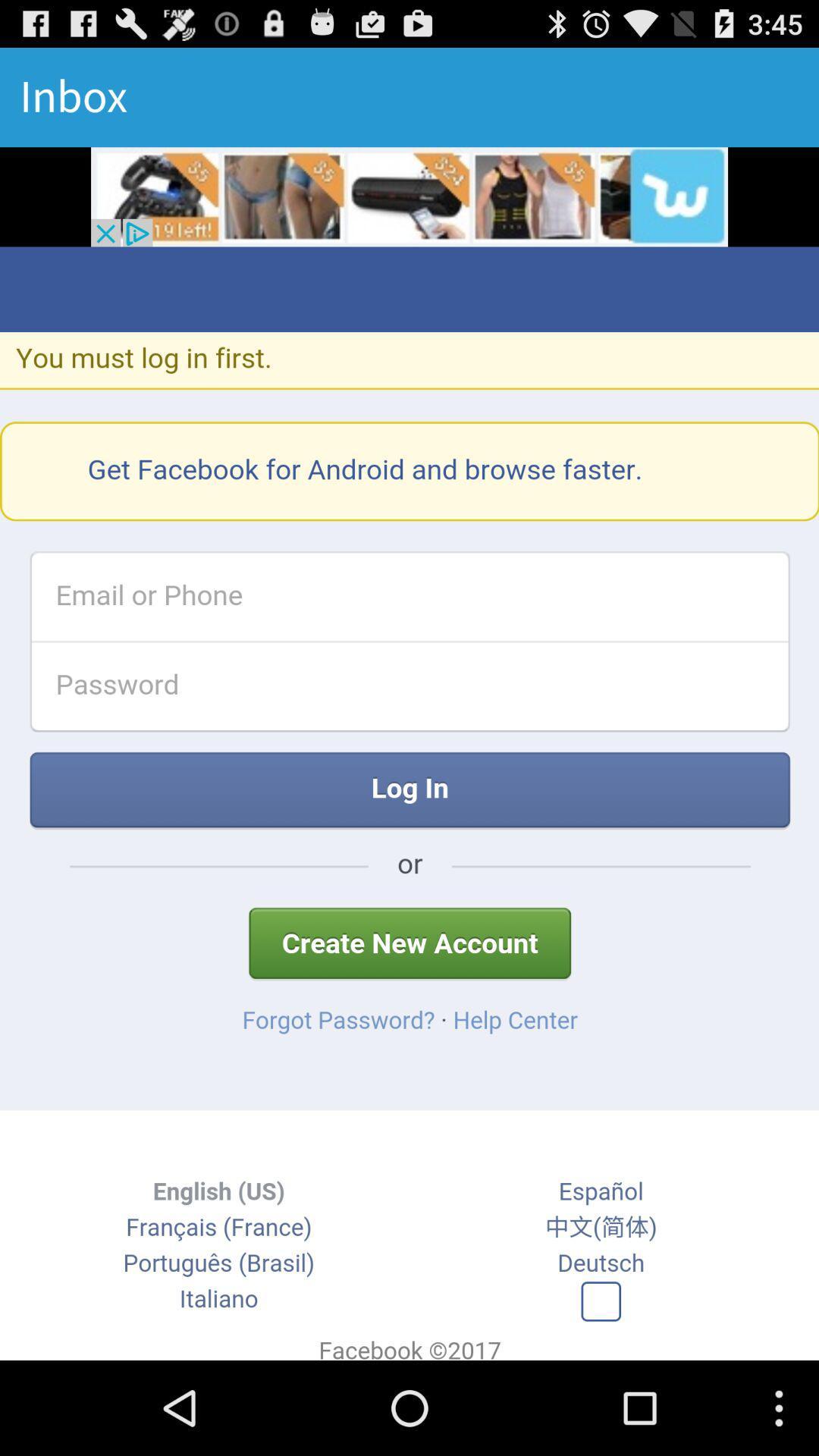  Describe the element at coordinates (409, 196) in the screenshot. I see `advertisement website` at that location.